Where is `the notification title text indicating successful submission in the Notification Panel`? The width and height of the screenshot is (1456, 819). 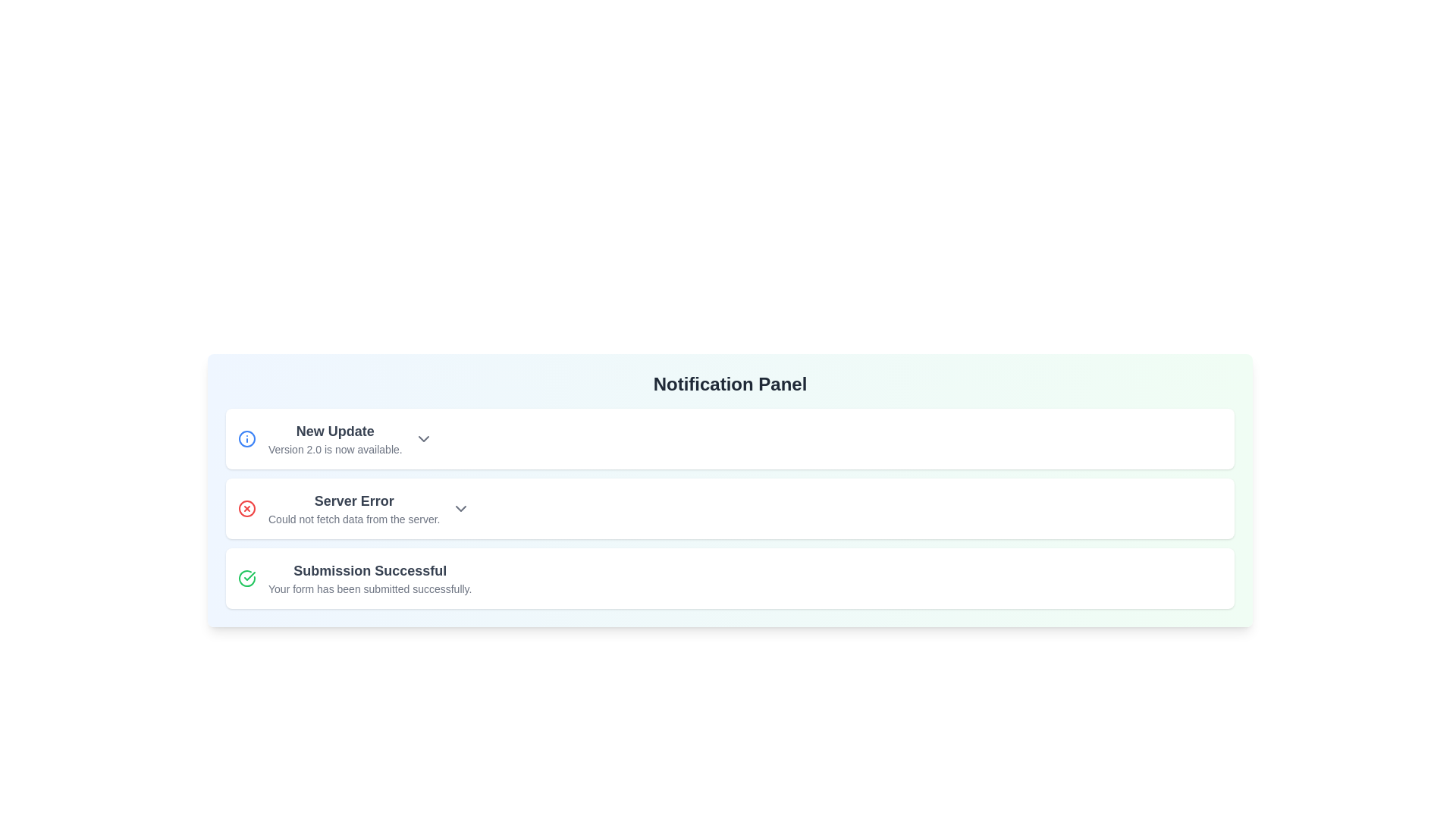 the notification title text indicating successful submission in the Notification Panel is located at coordinates (370, 570).